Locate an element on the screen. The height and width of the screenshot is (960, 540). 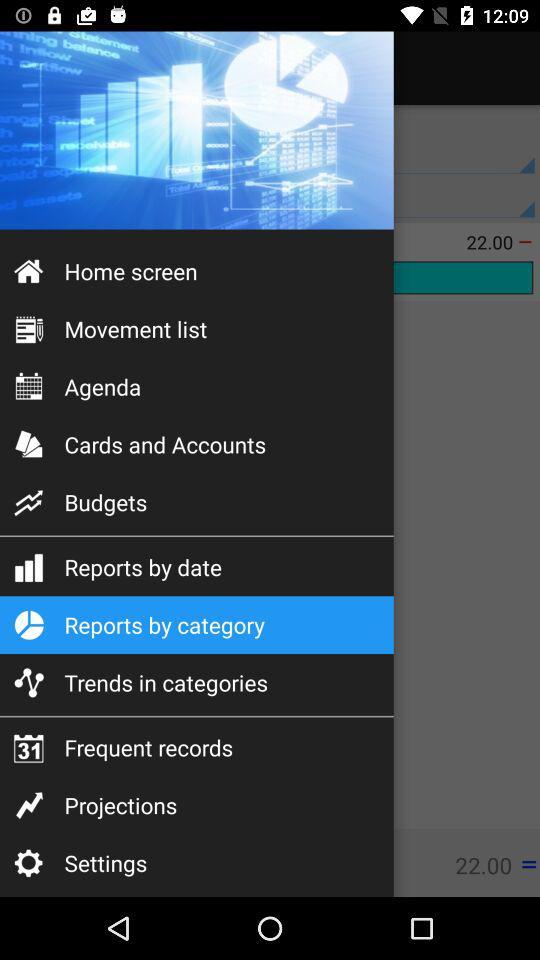
the settings icon is located at coordinates (33, 861).